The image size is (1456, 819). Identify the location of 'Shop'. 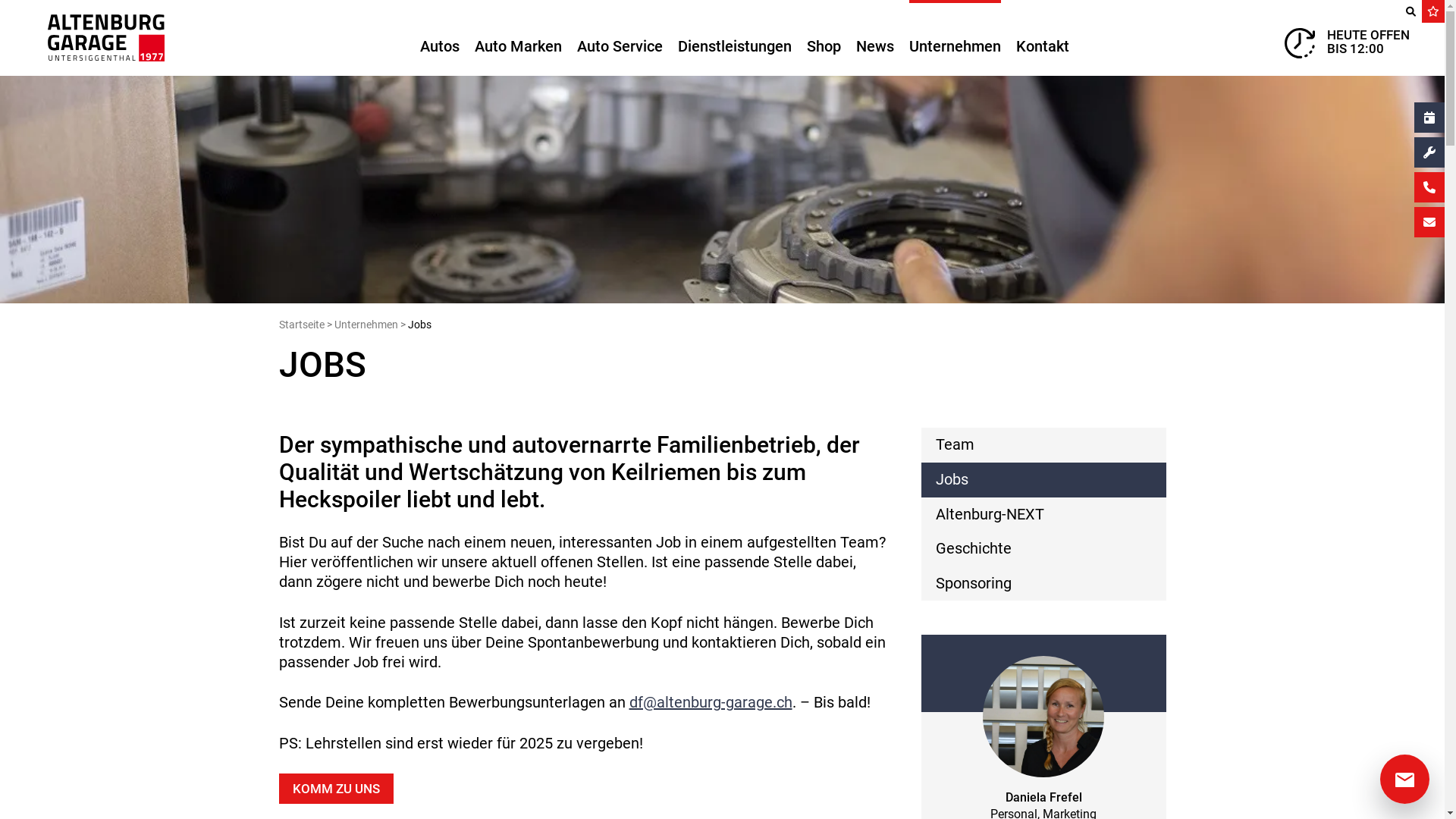
(823, 37).